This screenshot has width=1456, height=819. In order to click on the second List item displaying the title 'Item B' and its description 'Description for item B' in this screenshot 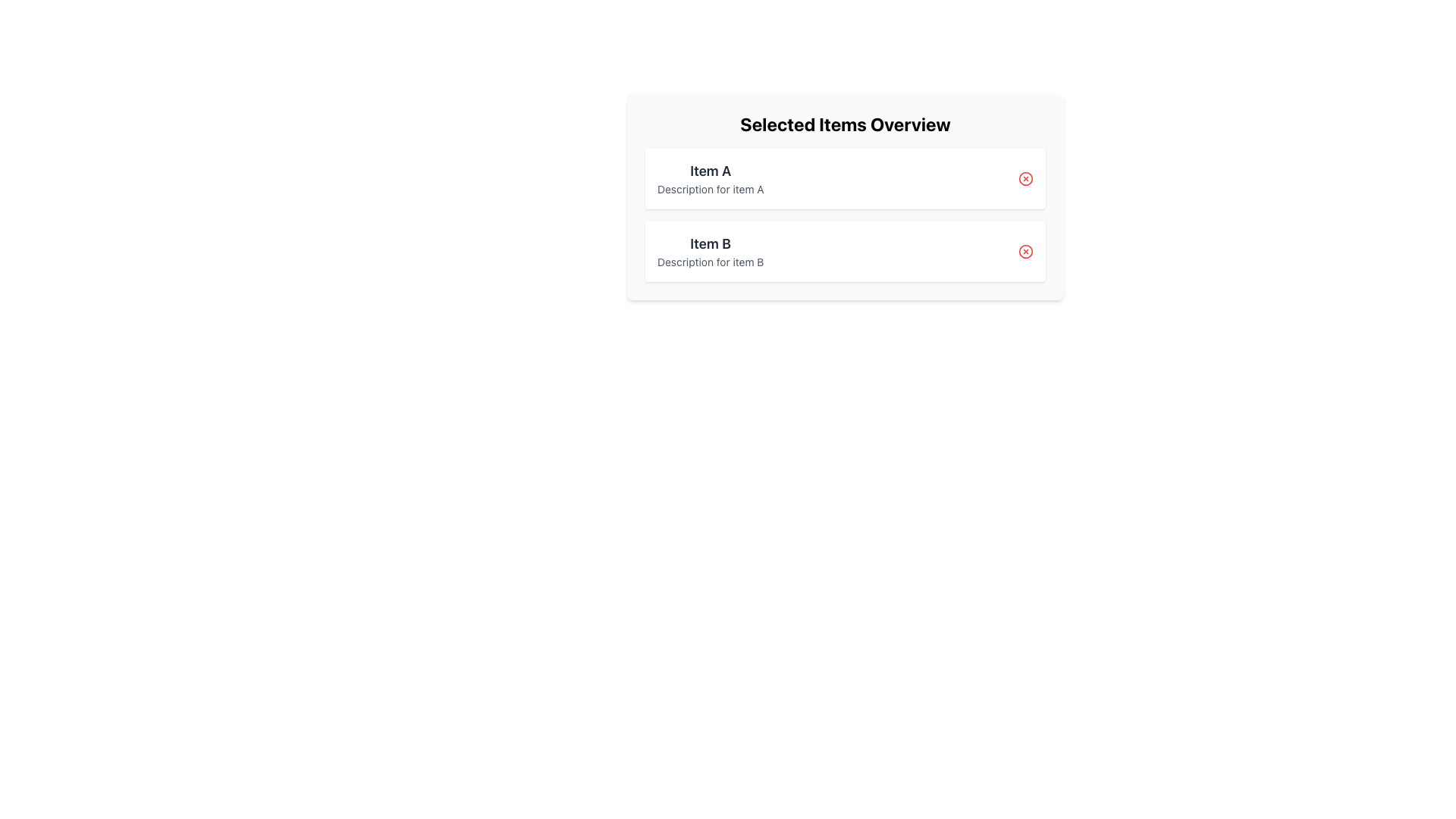, I will do `click(709, 250)`.